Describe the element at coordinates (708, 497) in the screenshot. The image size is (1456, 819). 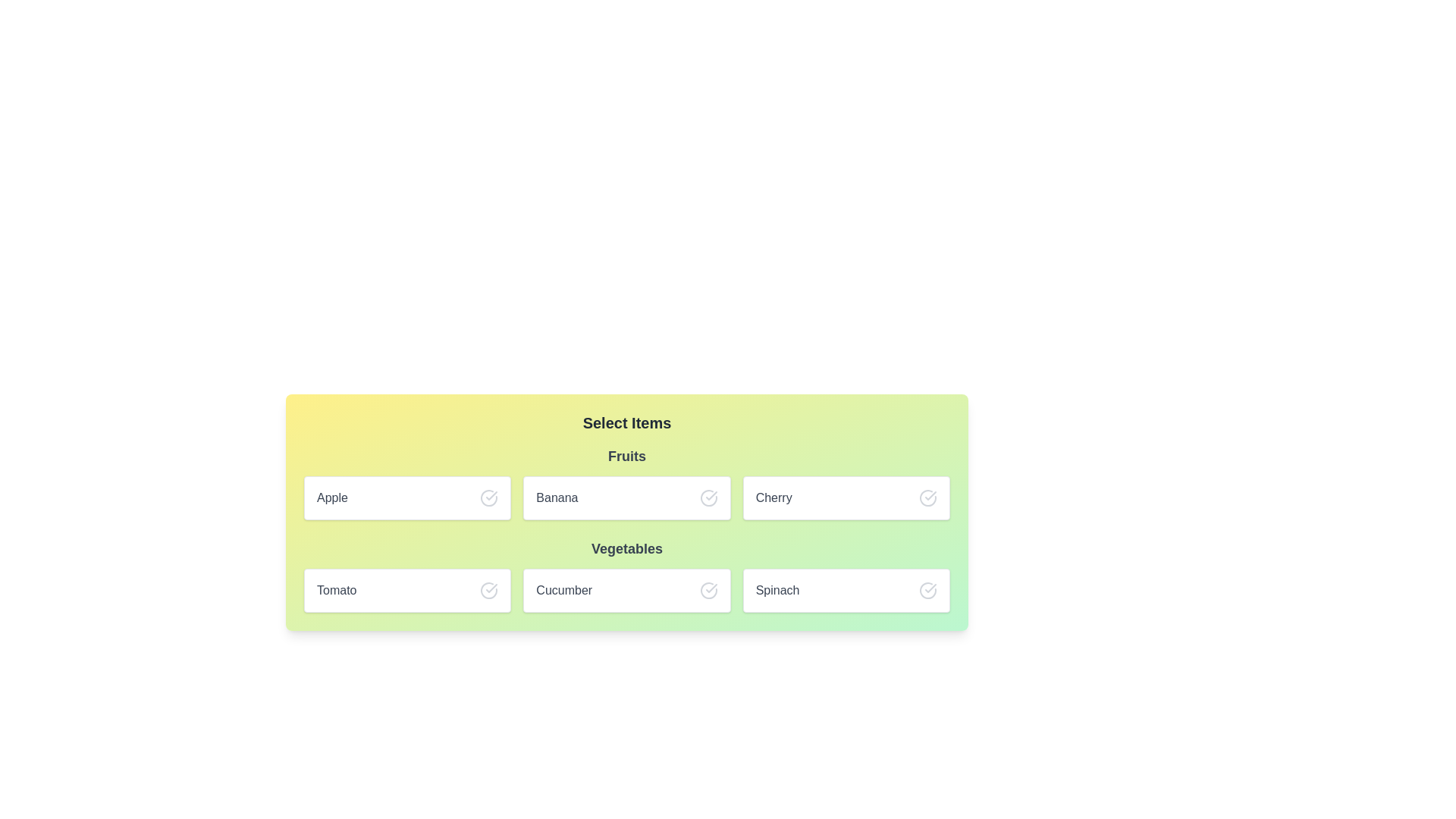
I see `the check mark icon within a circle located to the right of the 'Banana' label in the 'Fruits' category` at that location.